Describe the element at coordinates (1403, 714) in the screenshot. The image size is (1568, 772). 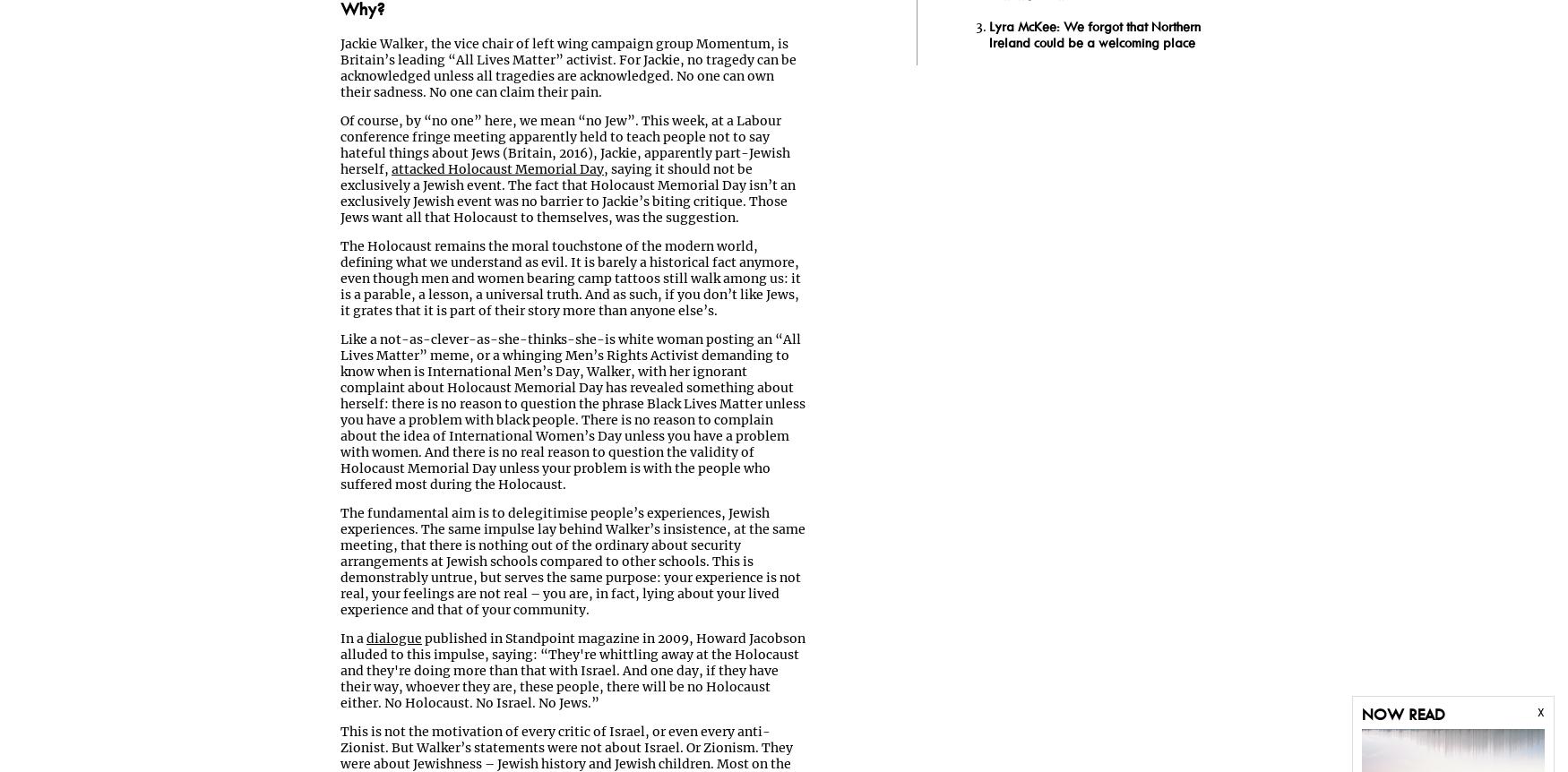
I see `'Now read'` at that location.